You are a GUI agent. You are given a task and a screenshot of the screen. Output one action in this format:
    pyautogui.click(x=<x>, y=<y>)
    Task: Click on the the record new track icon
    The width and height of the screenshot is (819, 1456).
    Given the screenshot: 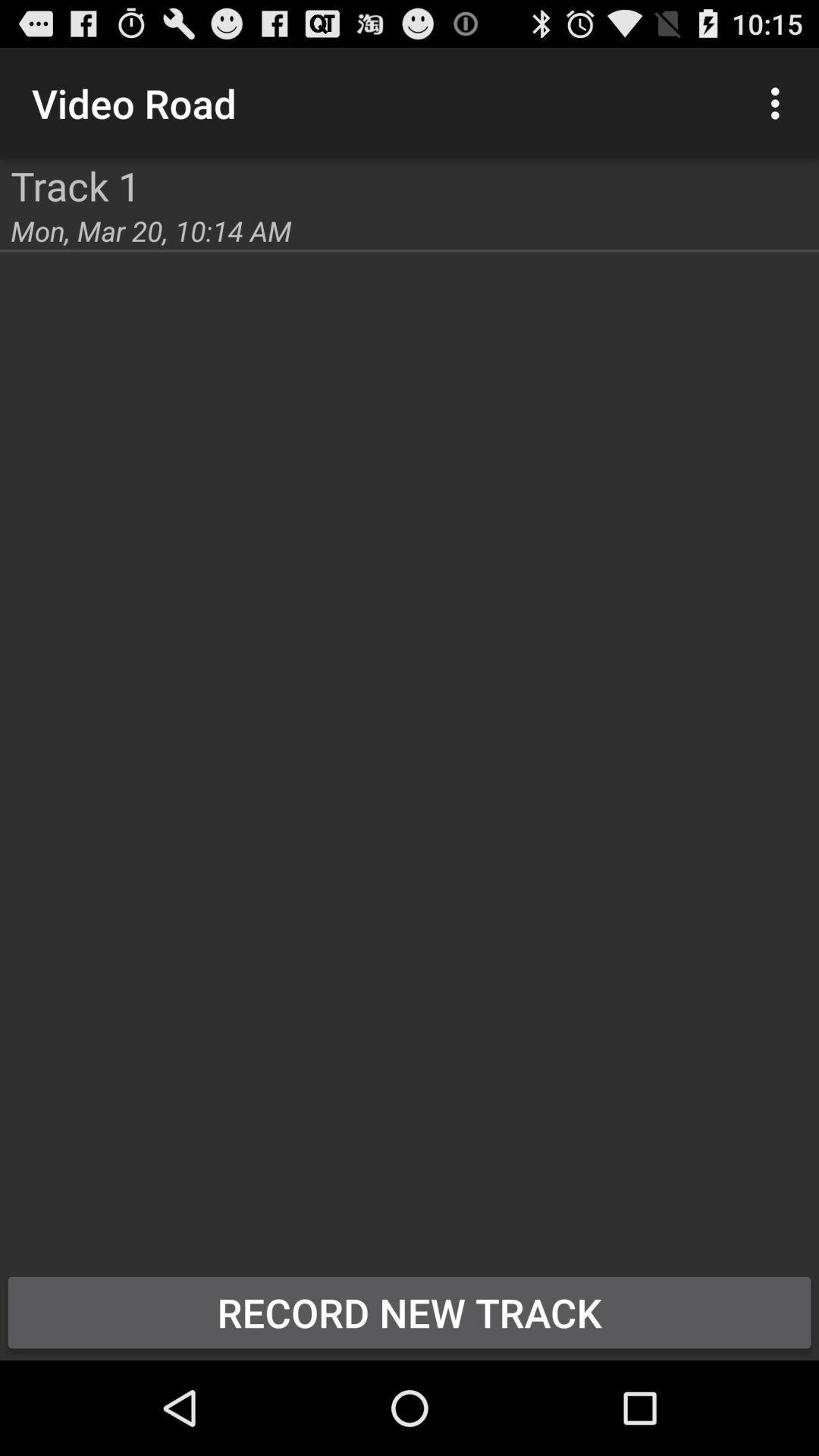 What is the action you would take?
    pyautogui.click(x=409, y=1312)
    